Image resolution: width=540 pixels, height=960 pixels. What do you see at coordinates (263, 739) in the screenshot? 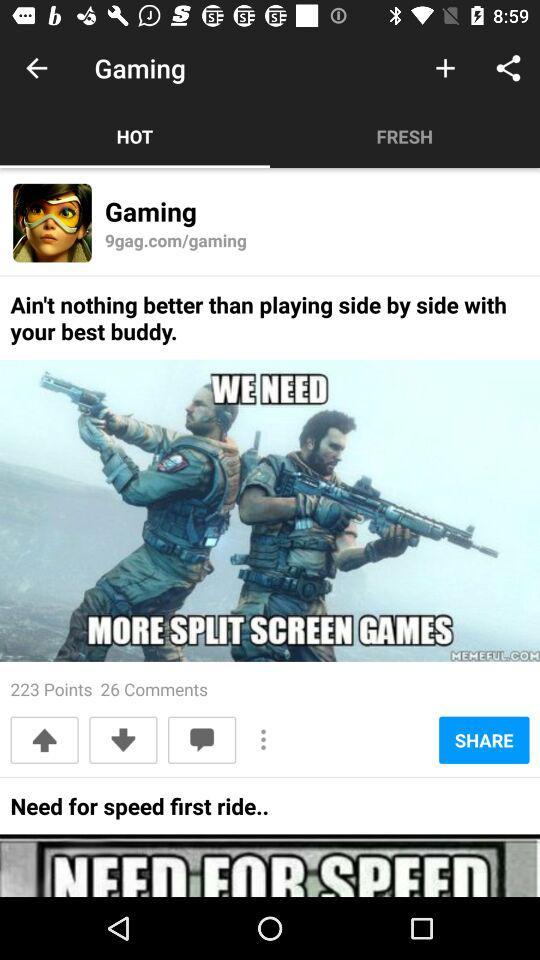
I see `the icon next to share item` at bounding box center [263, 739].